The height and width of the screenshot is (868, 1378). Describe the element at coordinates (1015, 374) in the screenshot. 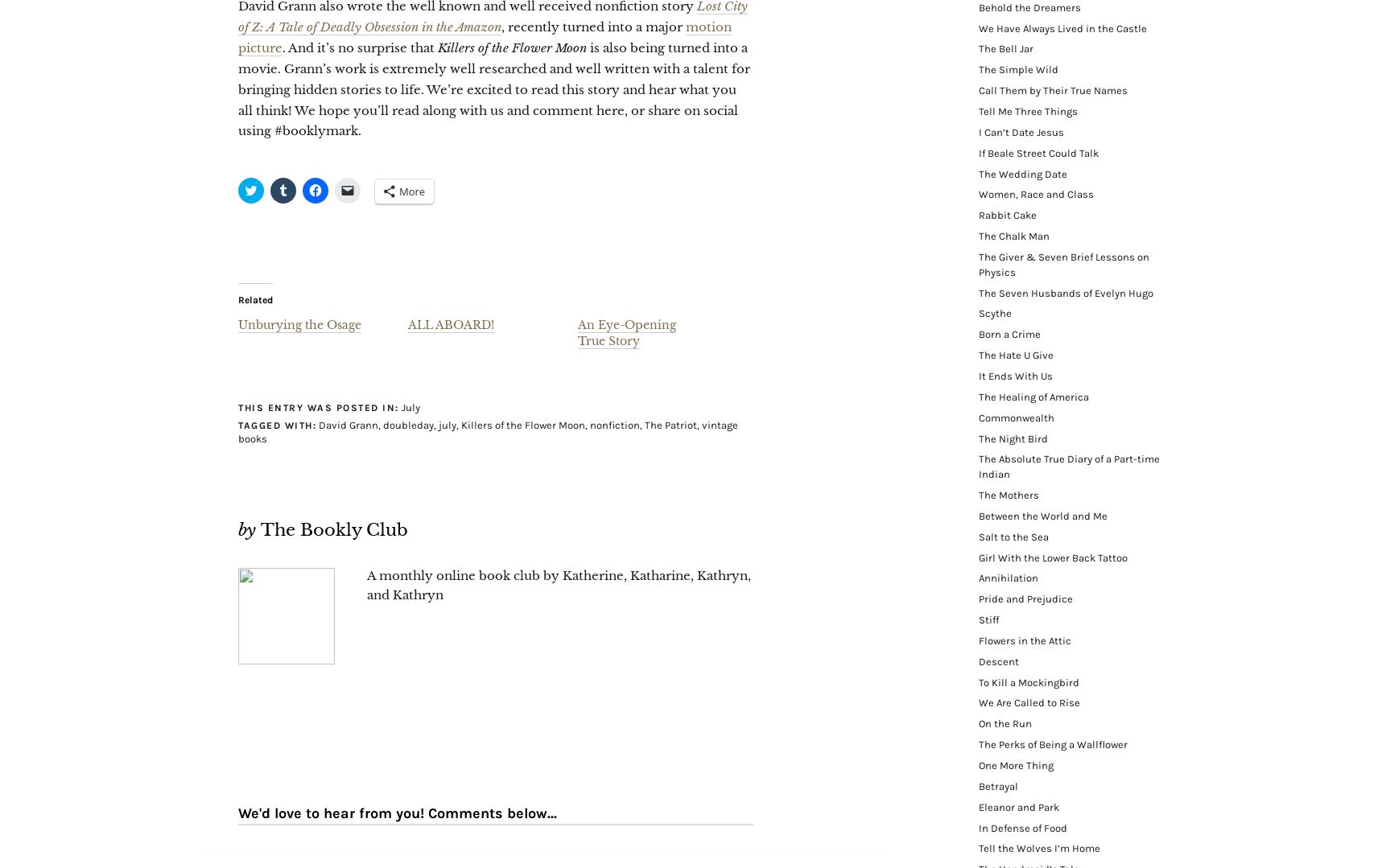

I see `'It Ends With Us'` at that location.